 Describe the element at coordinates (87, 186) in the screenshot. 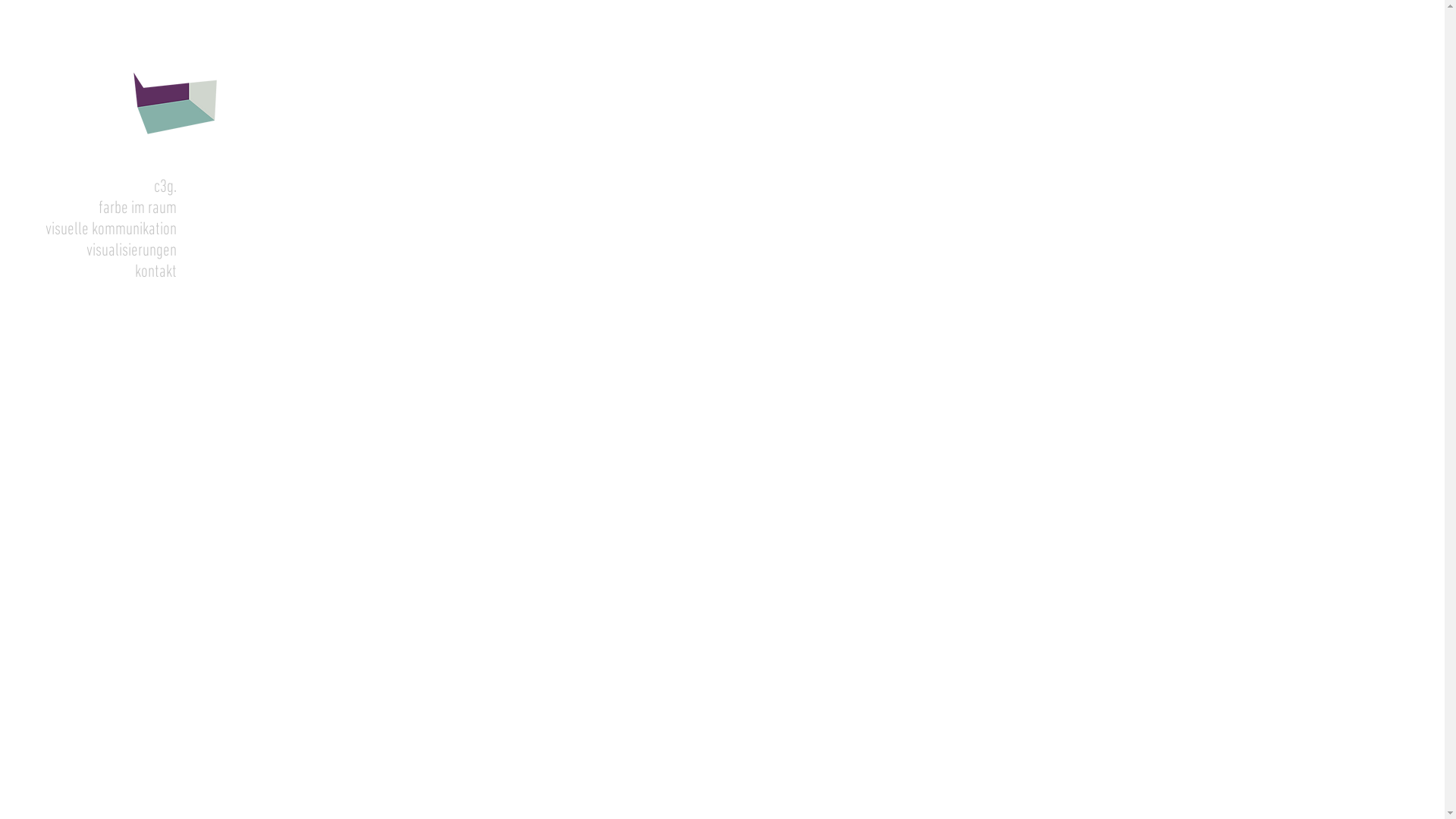

I see `'c3g.'` at that location.